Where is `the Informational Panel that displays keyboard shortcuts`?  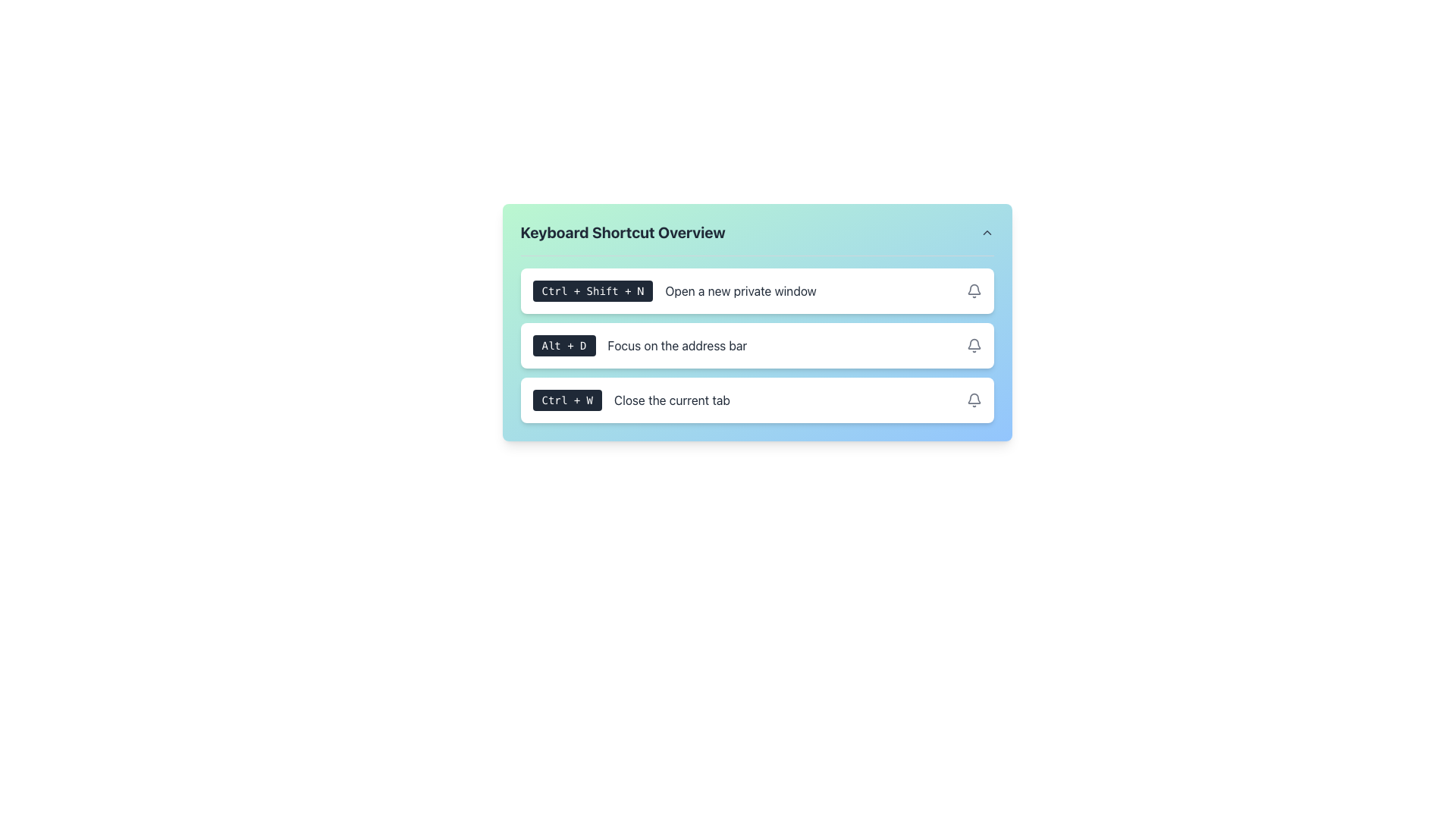
the Informational Panel that displays keyboard shortcuts is located at coordinates (757, 342).